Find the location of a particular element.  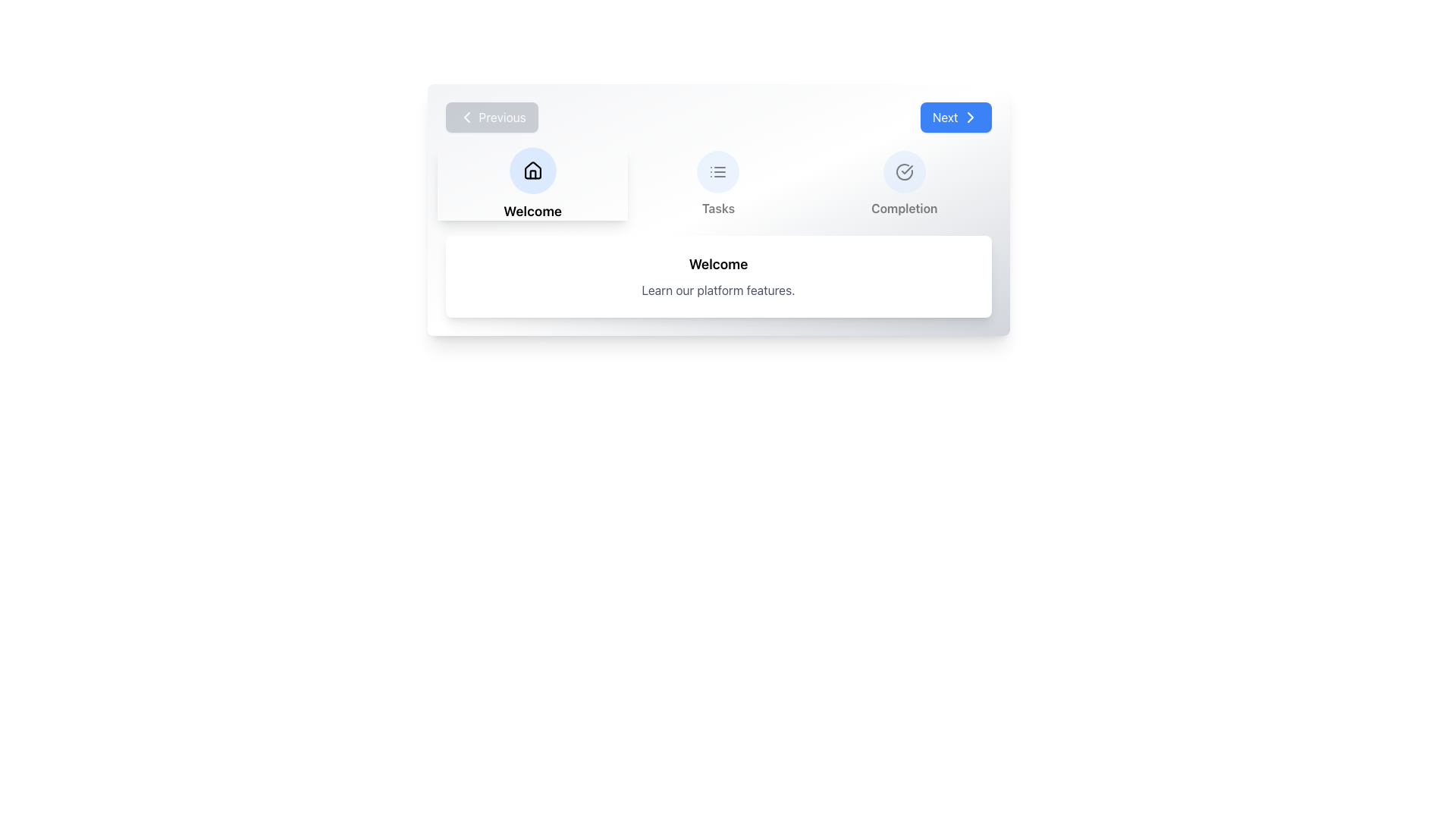

the house icon labeled 'Welcome' which is the first element in a horizontally aligned grid layout is located at coordinates (532, 184).